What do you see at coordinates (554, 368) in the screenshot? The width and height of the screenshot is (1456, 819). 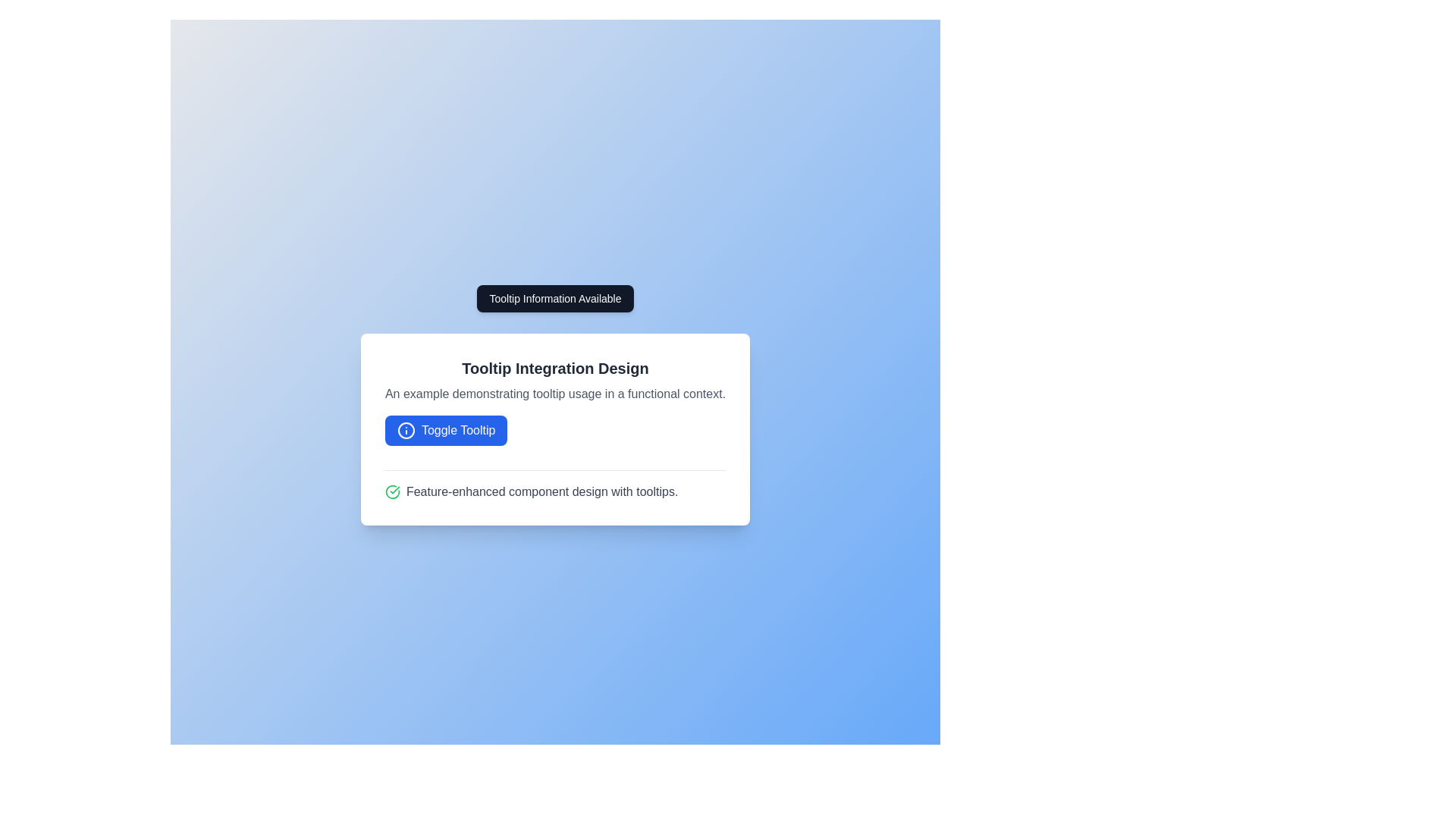 I see `text of the Title/Header that says 'Tooltip Integration Design', which is bold and prominently displayed at the top center of the white rectangular panel` at bounding box center [554, 368].